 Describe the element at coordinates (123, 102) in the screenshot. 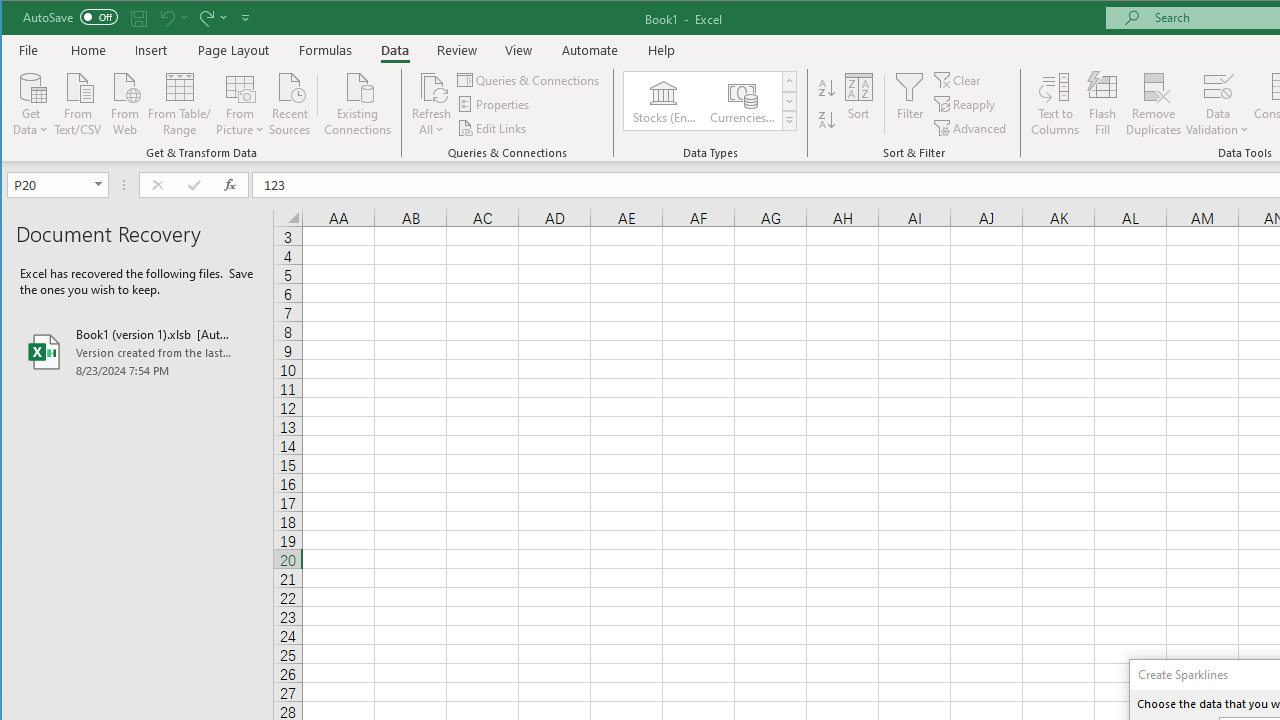

I see `'From Web'` at that location.